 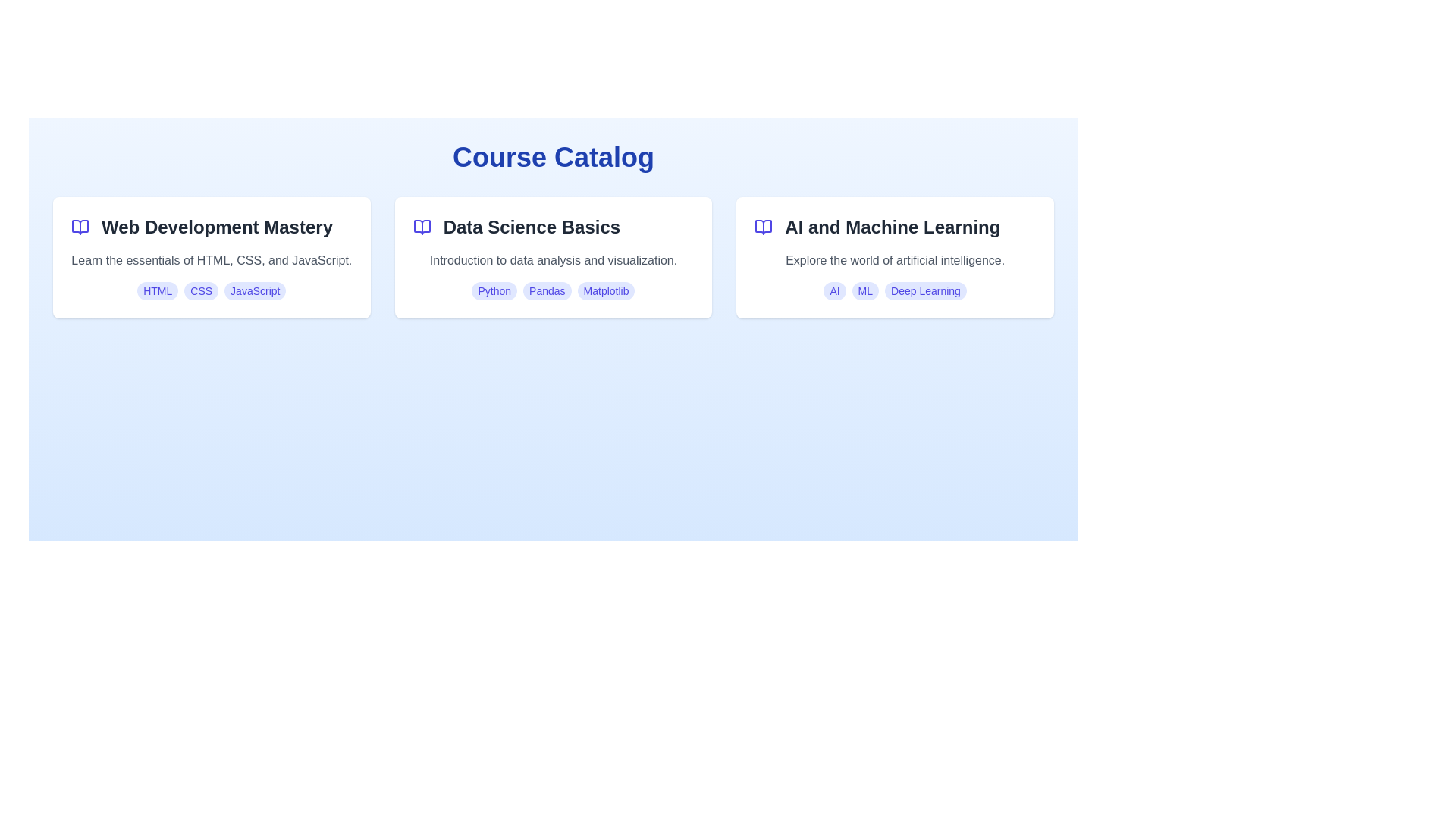 I want to click on the 'CSS' badge, which is a small, rounded rectangular tag with indigo text on a light indigo background, located in the 'Web Development Mastery' section between 'HTML' and 'JavaScript', so click(x=200, y=291).